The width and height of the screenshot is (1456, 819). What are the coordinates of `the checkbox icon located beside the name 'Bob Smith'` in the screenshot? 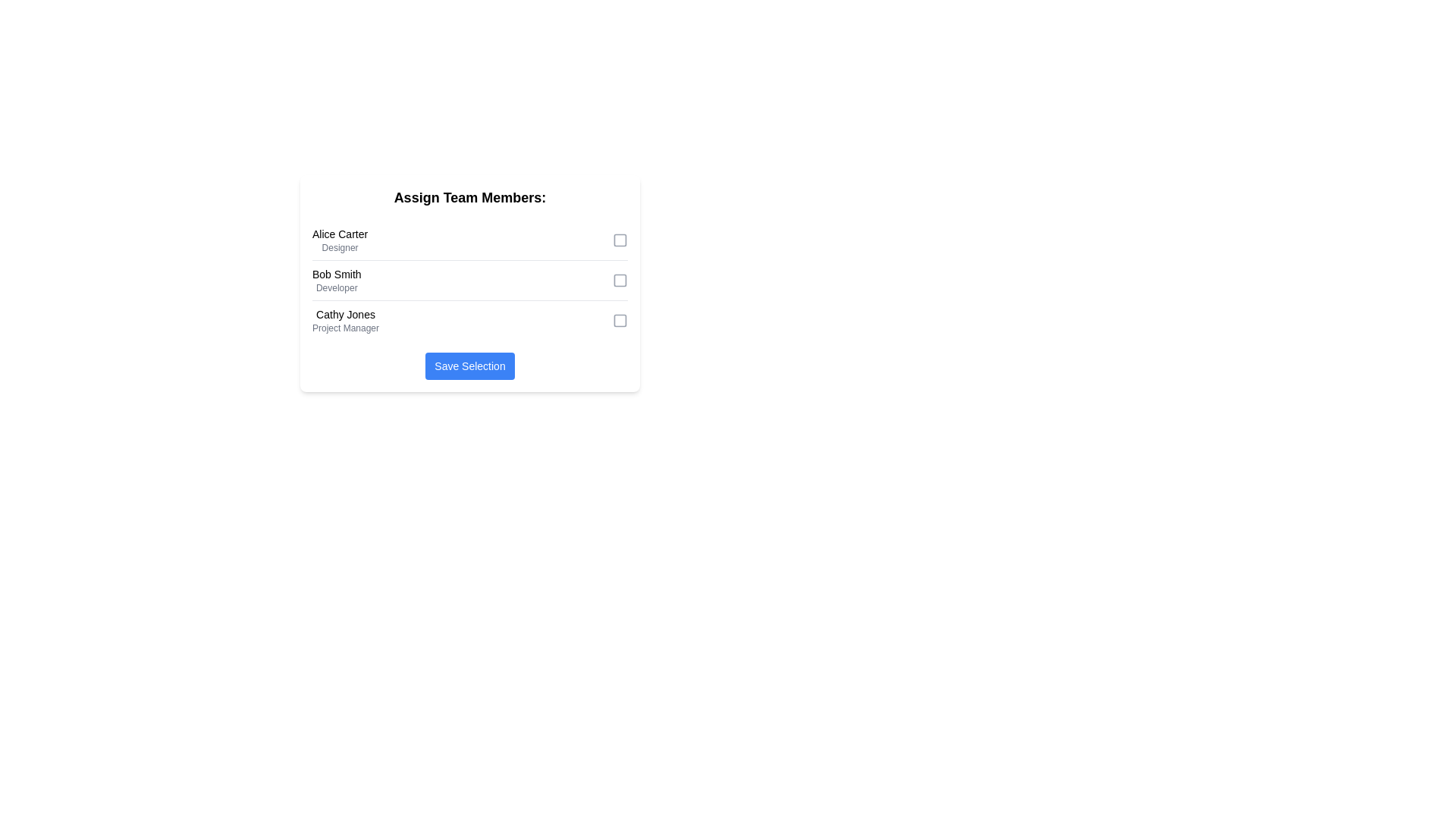 It's located at (620, 281).